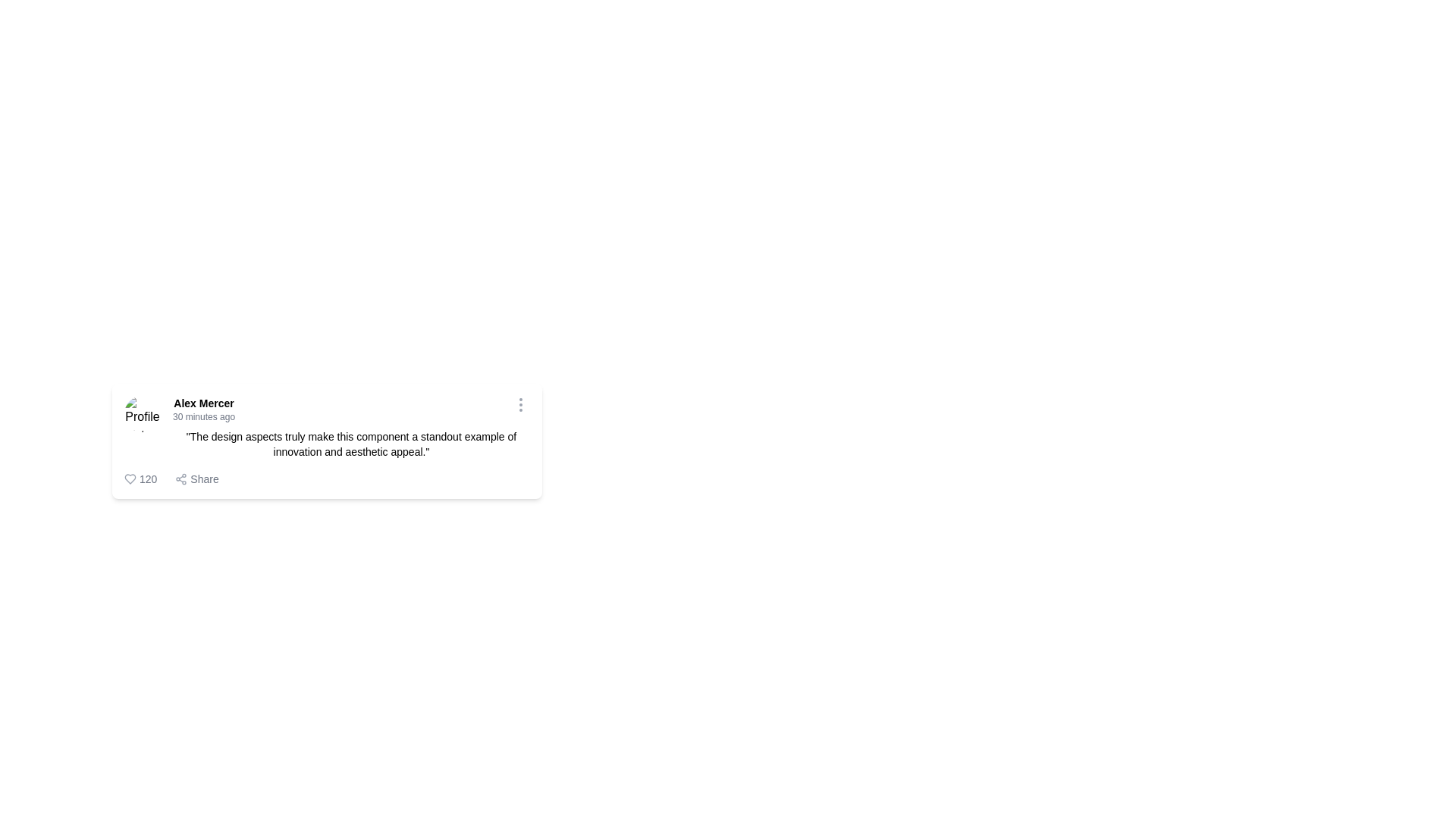  I want to click on the user profile image displayed on the far left of the post, which serves as a user identifier, so click(142, 414).